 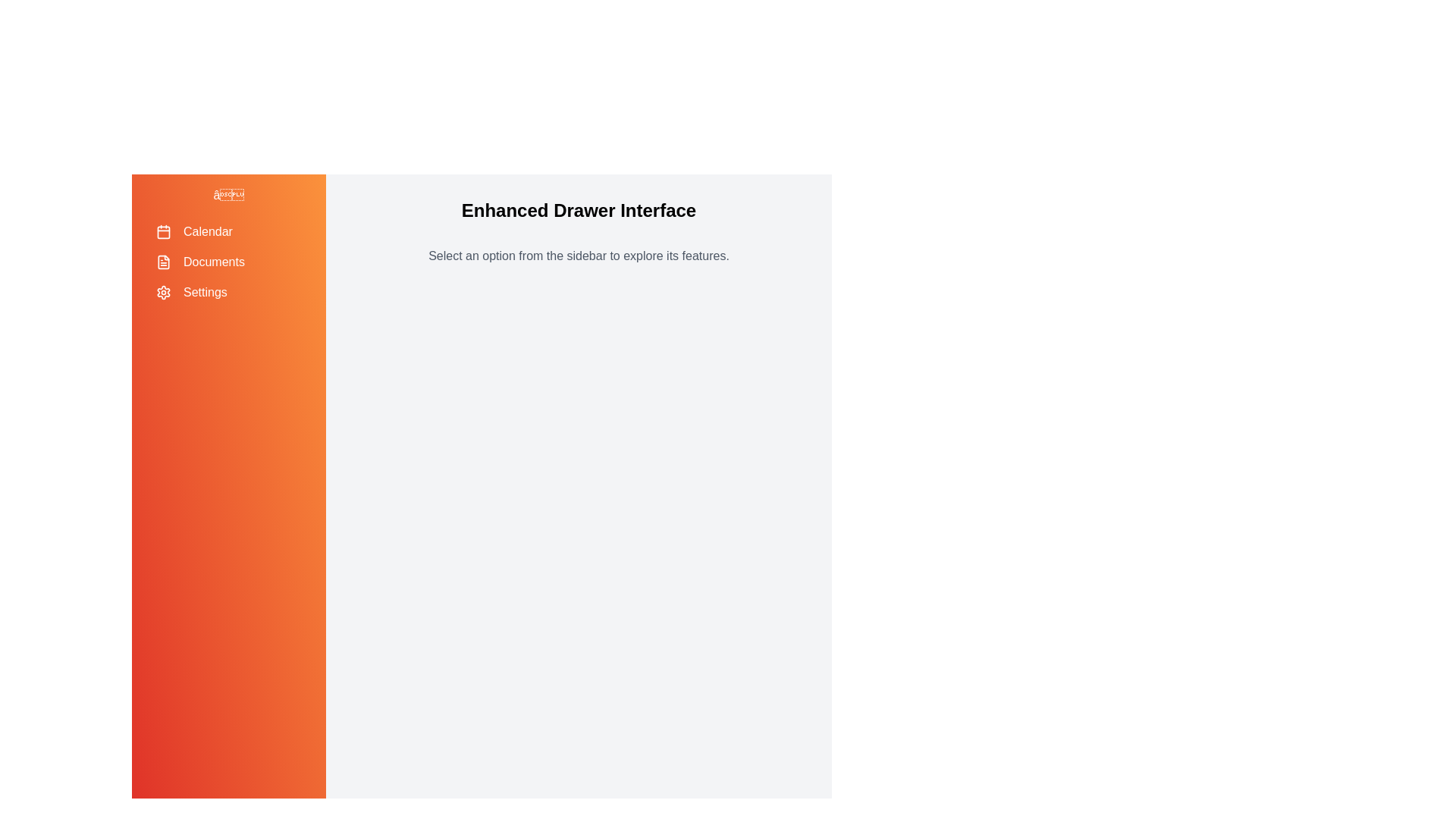 What do you see at coordinates (228, 262) in the screenshot?
I see `the menu item labeled 'Documents' to highlight it` at bounding box center [228, 262].